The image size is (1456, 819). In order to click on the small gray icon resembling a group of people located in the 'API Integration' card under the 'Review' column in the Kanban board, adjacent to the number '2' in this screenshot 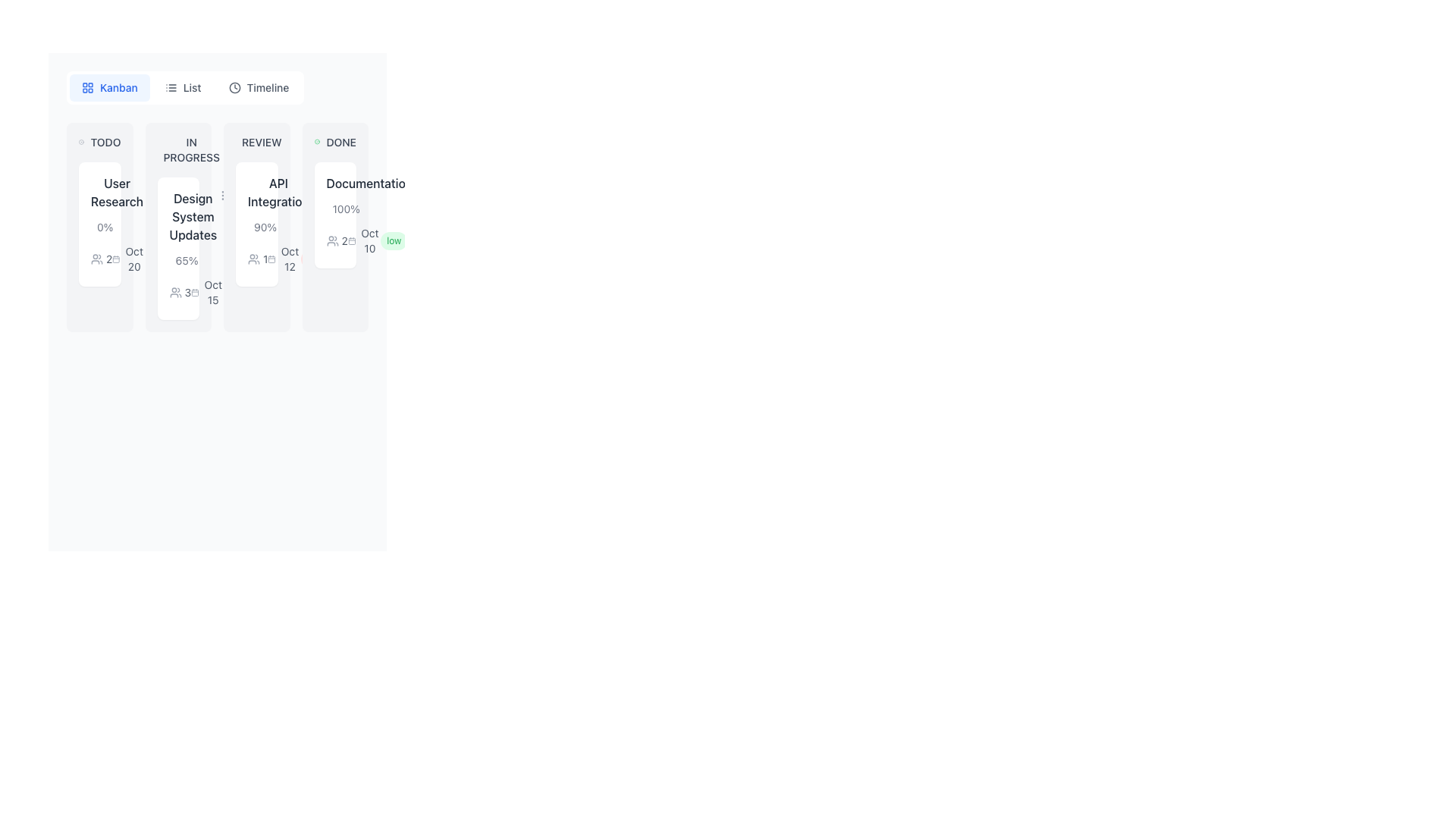, I will do `click(256, 259)`.